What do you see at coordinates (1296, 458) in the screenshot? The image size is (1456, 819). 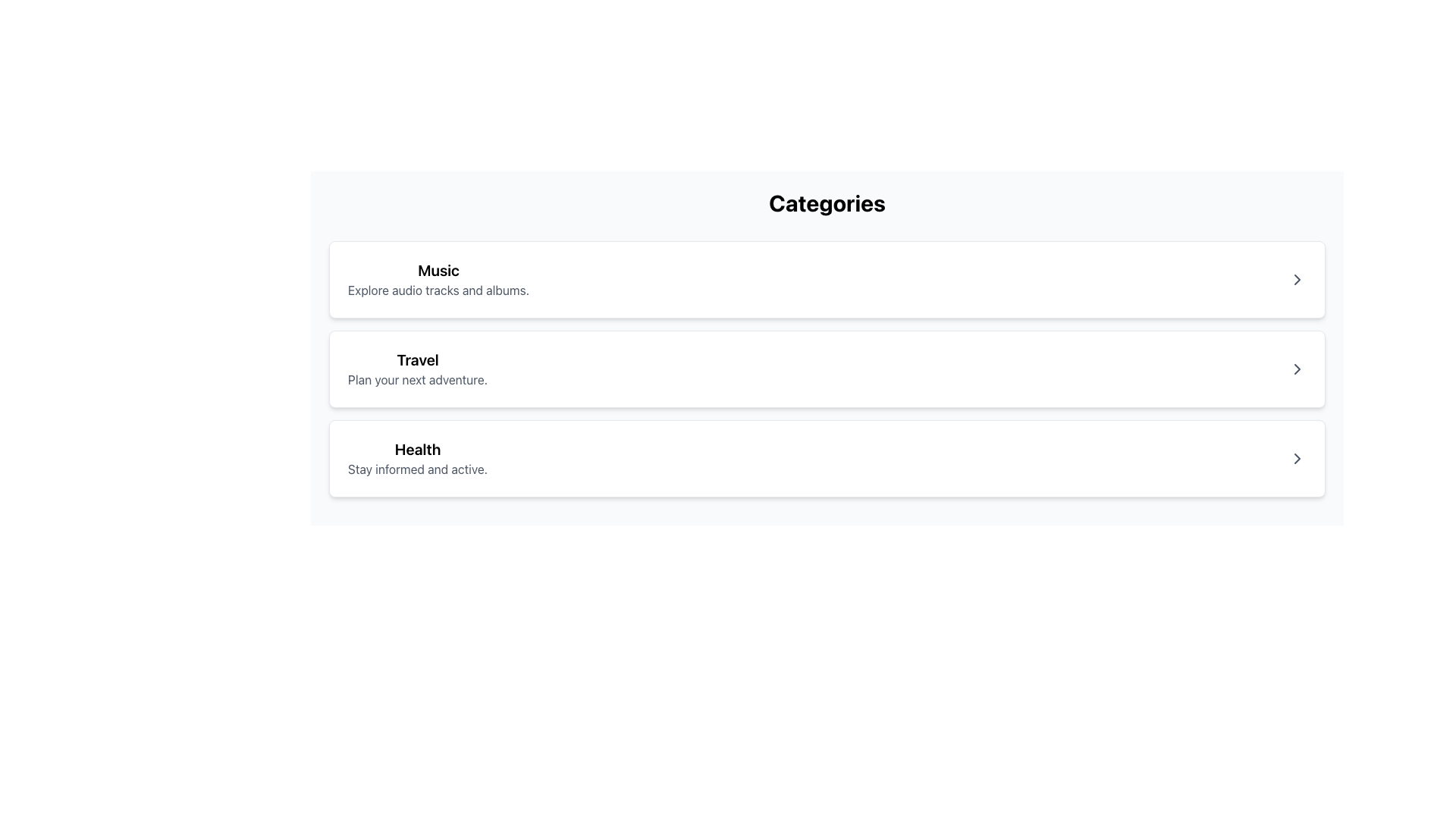 I see `the icon located at the far-right end of the 'Health' card in the 'Categories' section` at bounding box center [1296, 458].